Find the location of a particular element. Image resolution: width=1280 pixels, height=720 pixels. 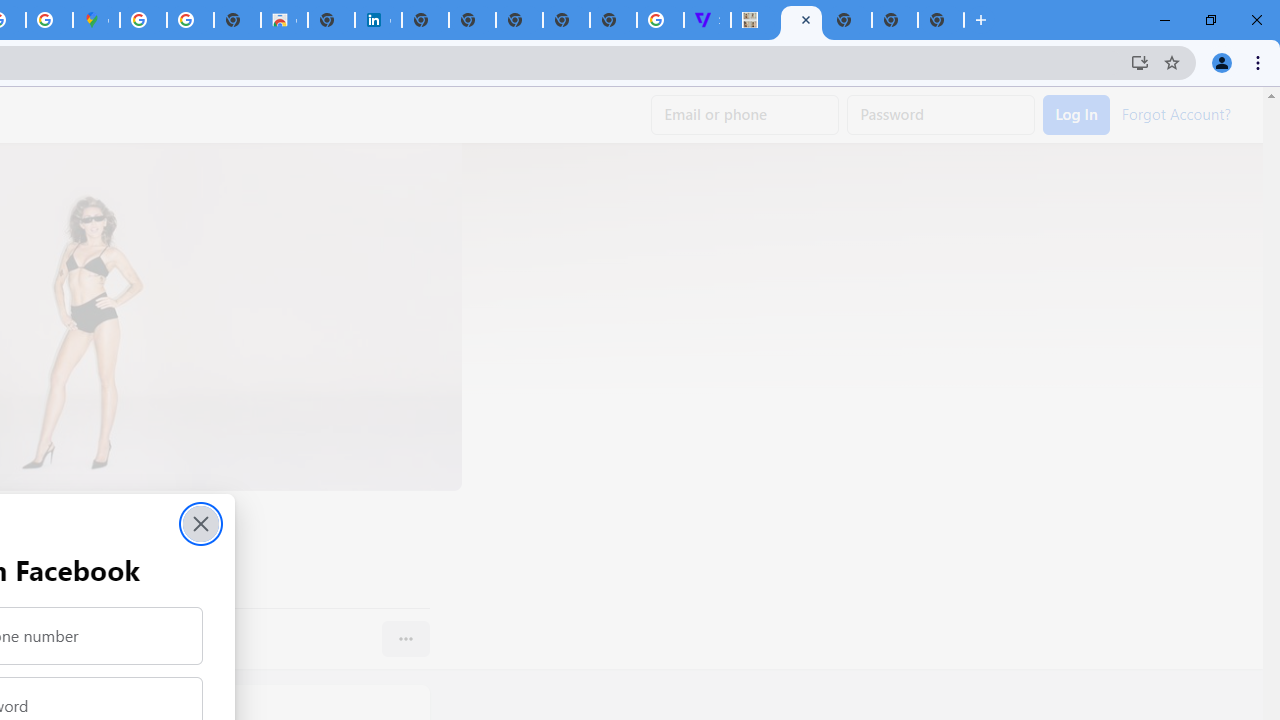

'Email or phone' is located at coordinates (744, 115).